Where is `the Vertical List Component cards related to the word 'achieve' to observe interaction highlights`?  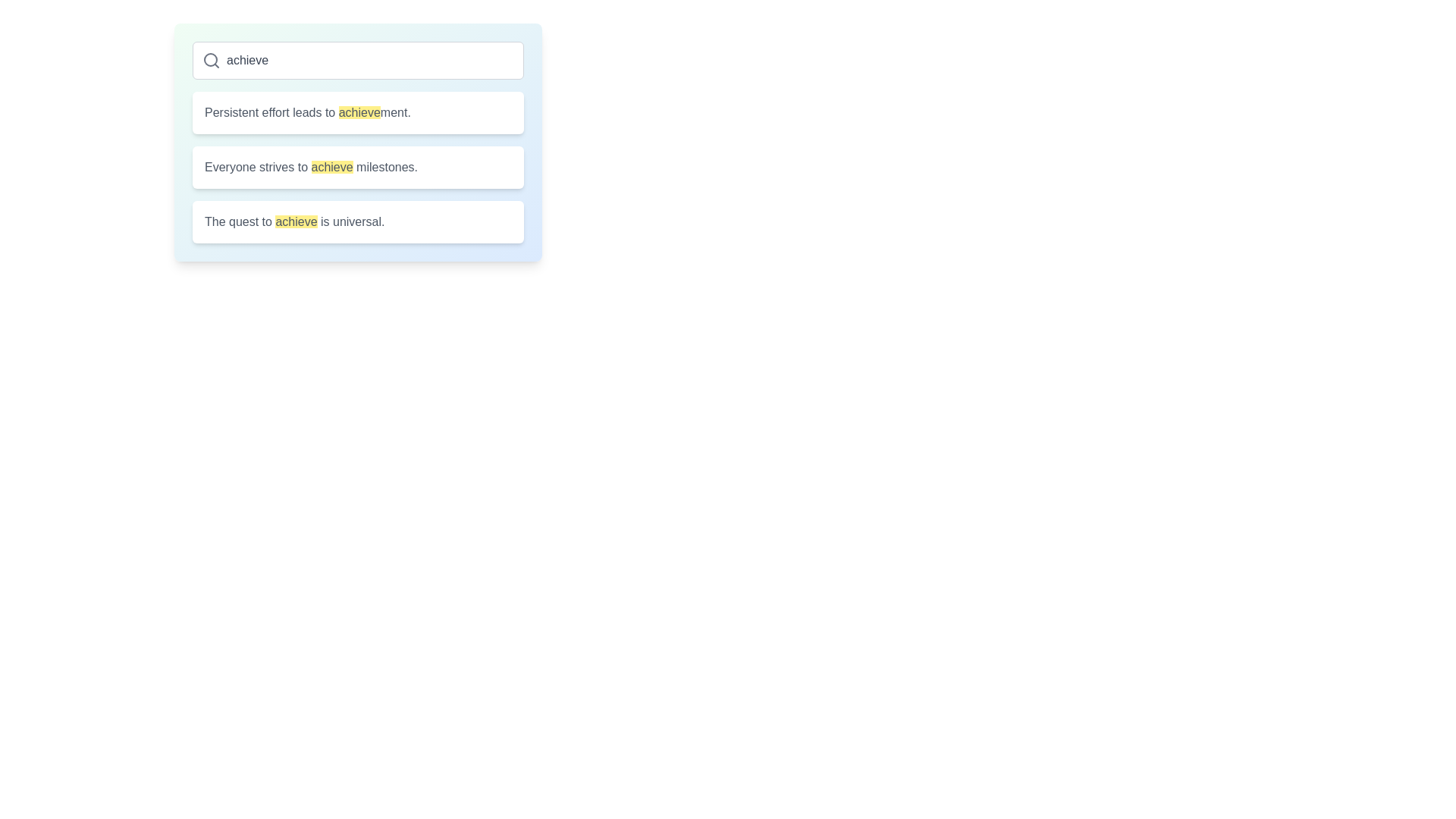 the Vertical List Component cards related to the word 'achieve' to observe interaction highlights is located at coordinates (357, 167).